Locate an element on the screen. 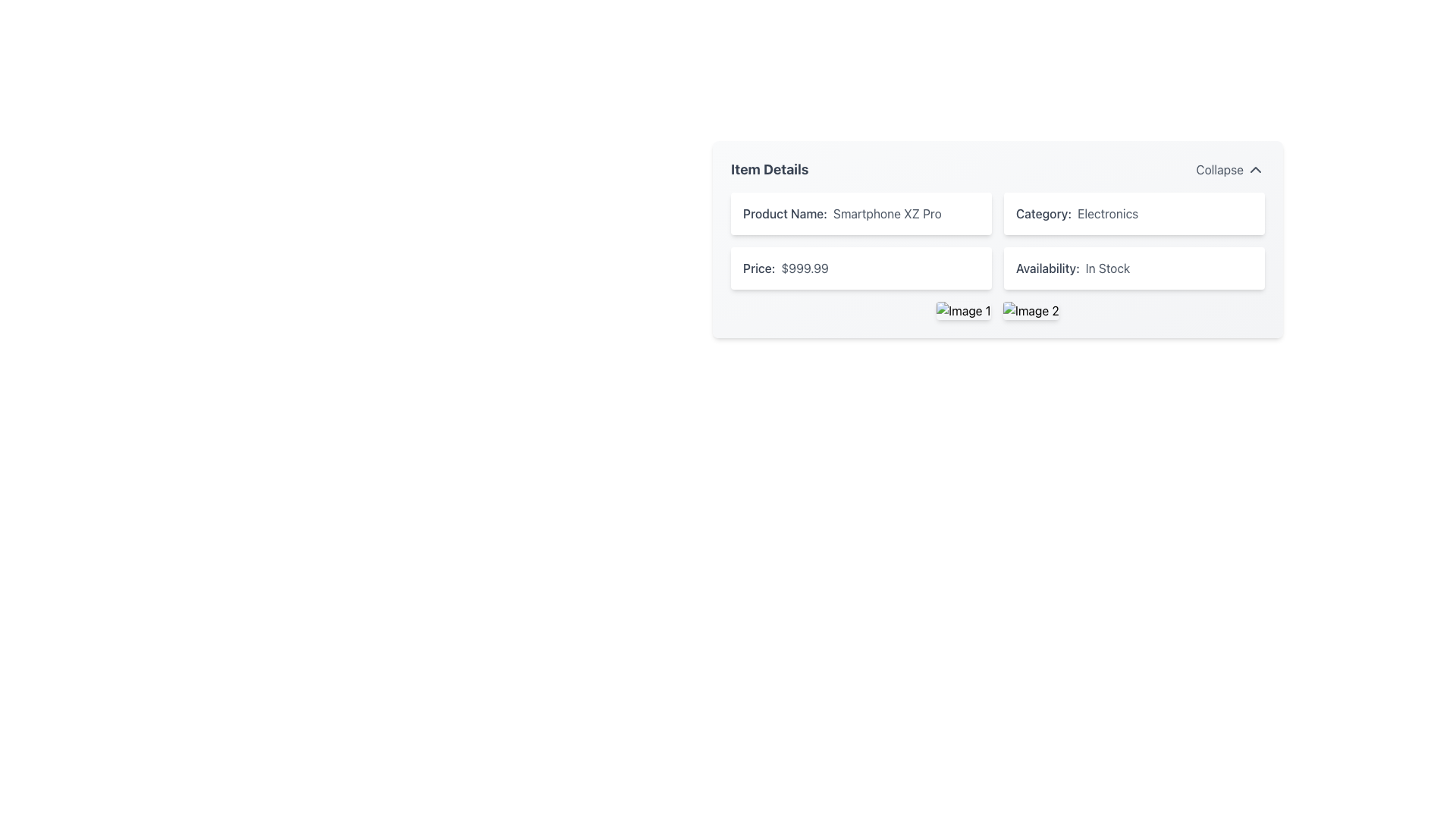 The image size is (1456, 819). the individual image in the Image Group located at the bottom of the product details card, under the 'Availability' field is located at coordinates (997, 309).